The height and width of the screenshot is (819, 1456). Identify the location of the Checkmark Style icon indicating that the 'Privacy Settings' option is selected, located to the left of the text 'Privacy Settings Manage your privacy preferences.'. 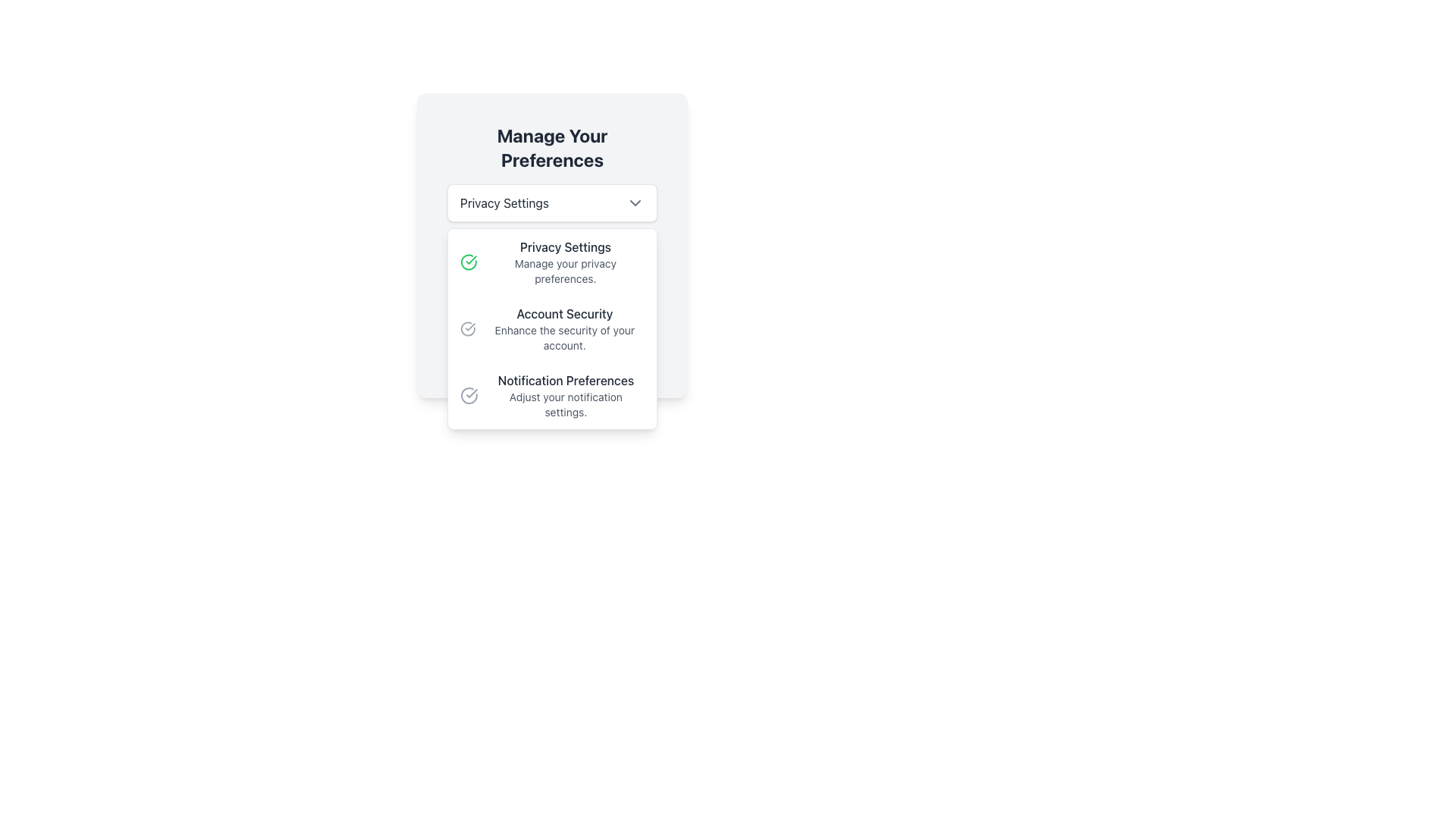
(468, 262).